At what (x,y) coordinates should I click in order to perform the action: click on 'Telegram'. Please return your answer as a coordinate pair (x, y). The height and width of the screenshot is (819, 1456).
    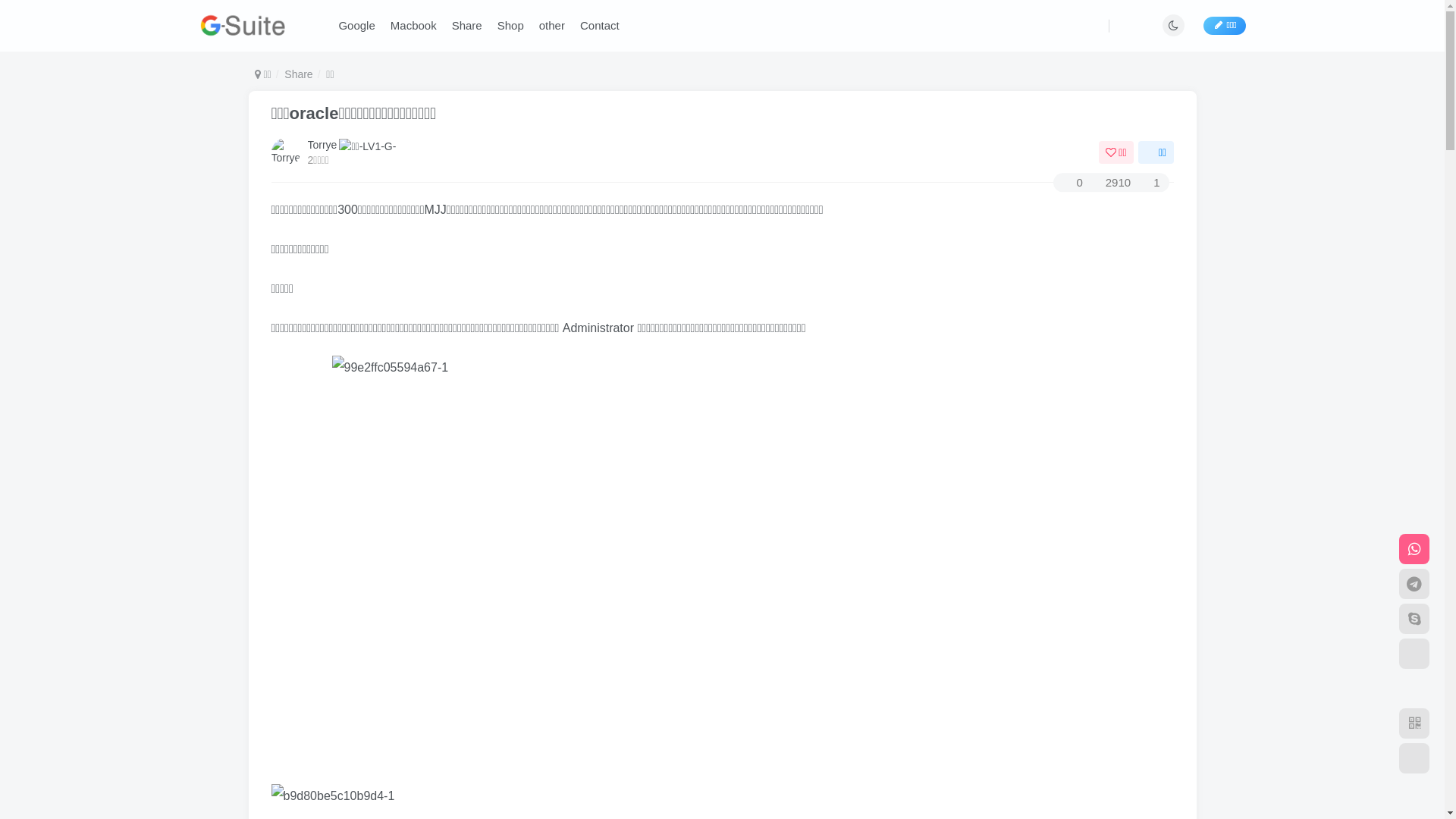
    Looking at the image, I should click on (1414, 583).